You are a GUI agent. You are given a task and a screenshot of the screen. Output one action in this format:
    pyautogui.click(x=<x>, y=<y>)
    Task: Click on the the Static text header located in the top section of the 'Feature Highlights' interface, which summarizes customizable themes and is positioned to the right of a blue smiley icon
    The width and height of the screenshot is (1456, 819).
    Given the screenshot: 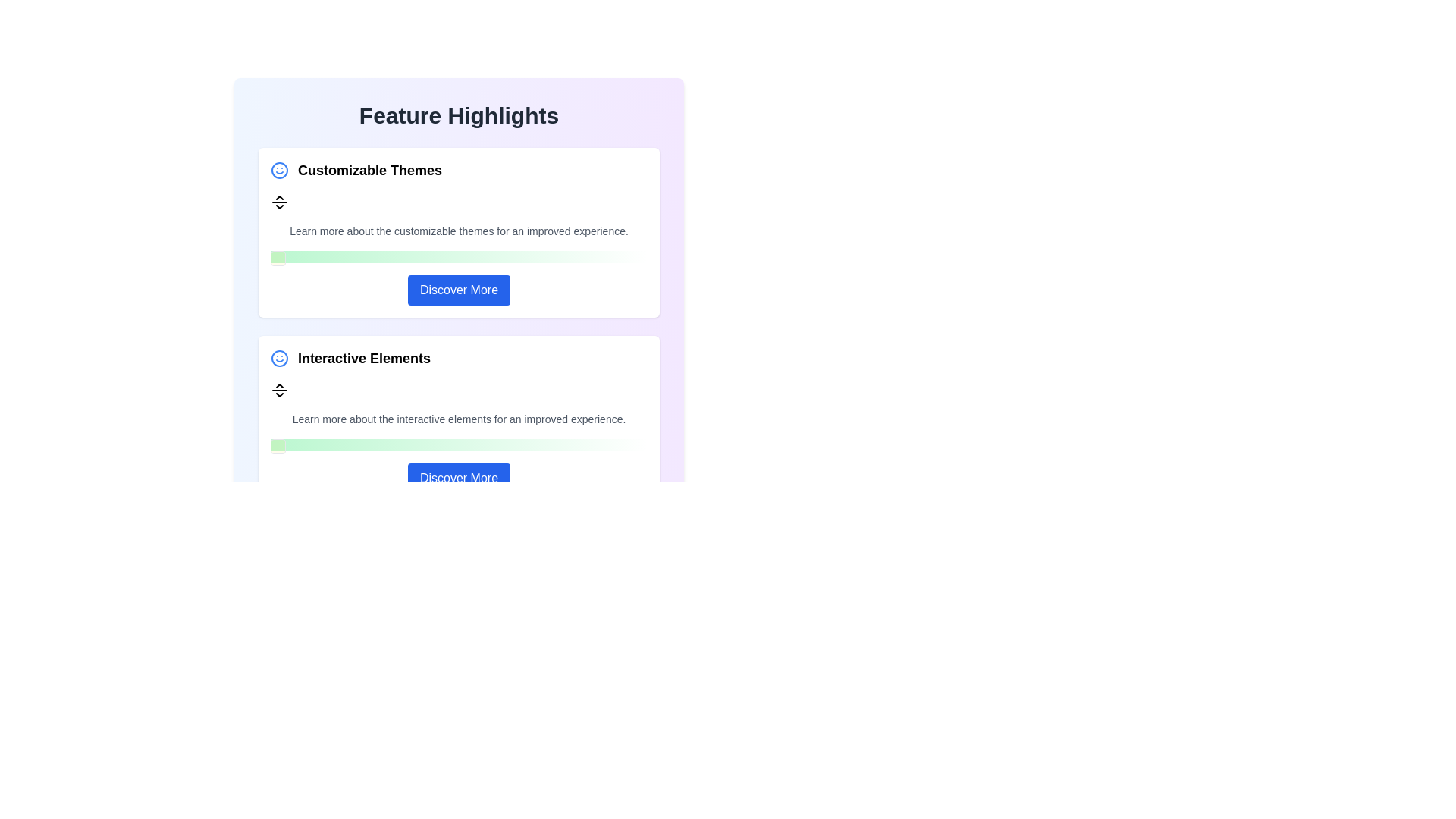 What is the action you would take?
    pyautogui.click(x=370, y=170)
    